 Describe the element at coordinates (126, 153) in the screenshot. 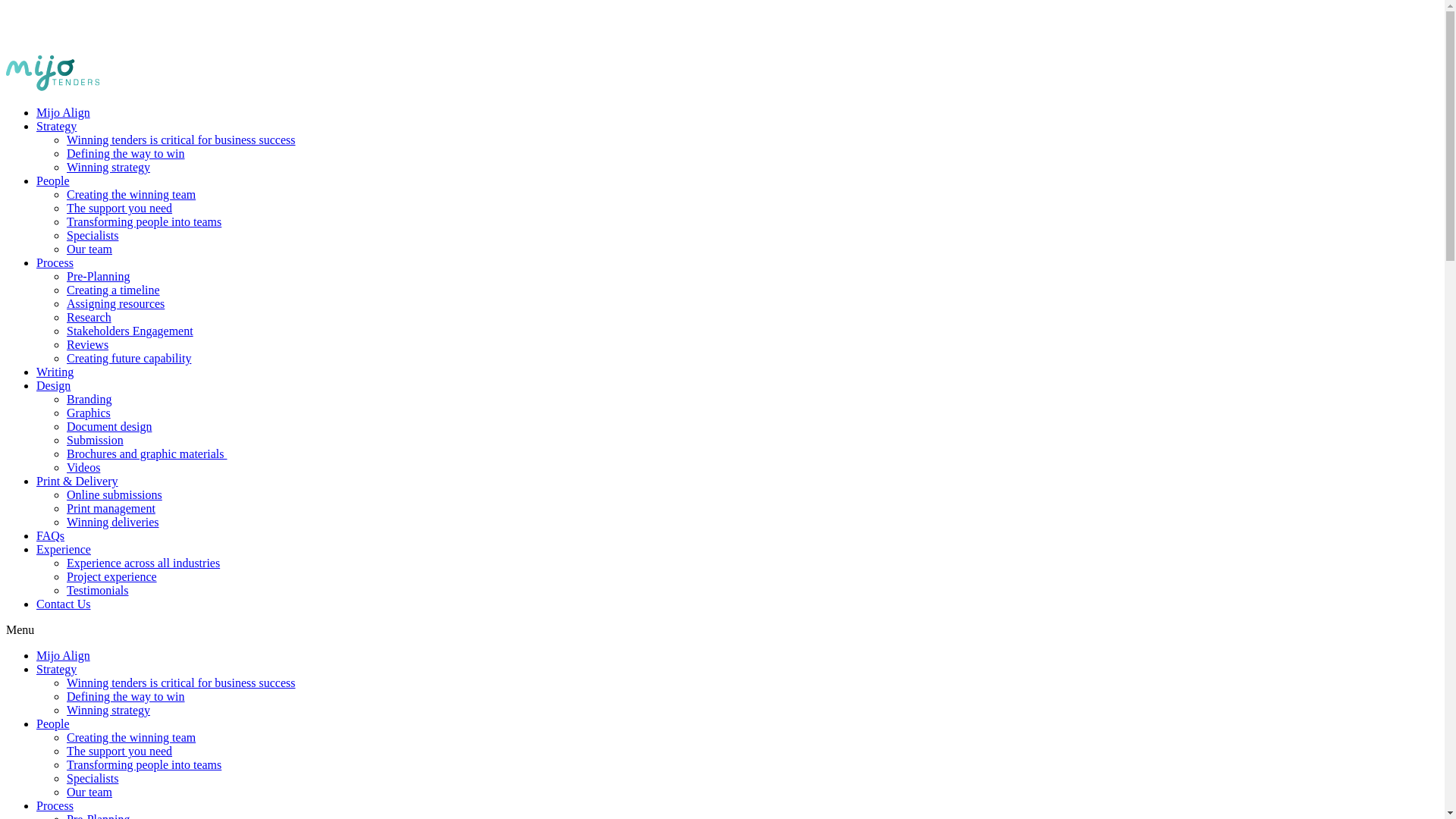

I see `'Defining the way to win'` at that location.